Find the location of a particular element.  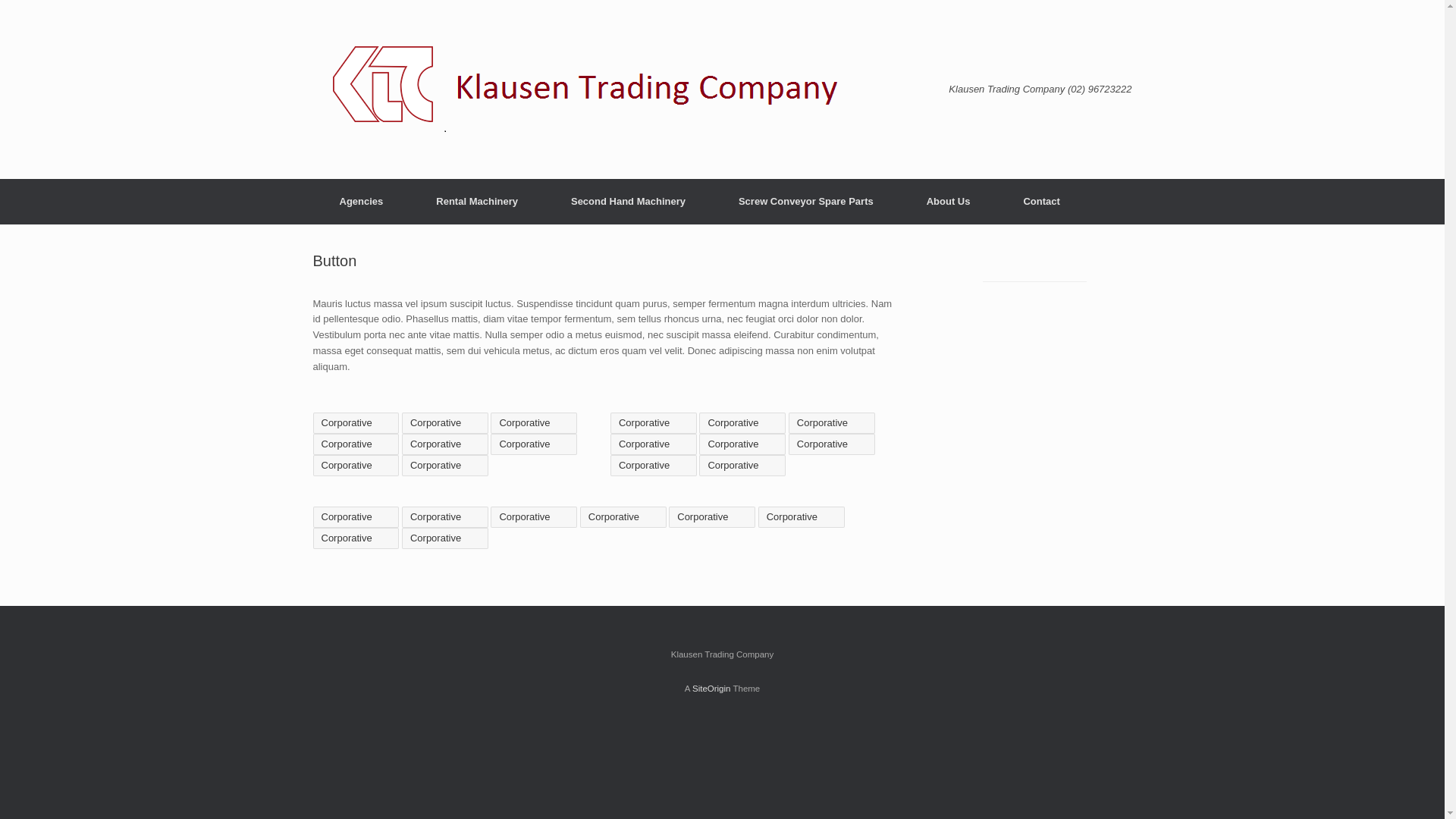

'SiteOrigin' is located at coordinates (691, 688).